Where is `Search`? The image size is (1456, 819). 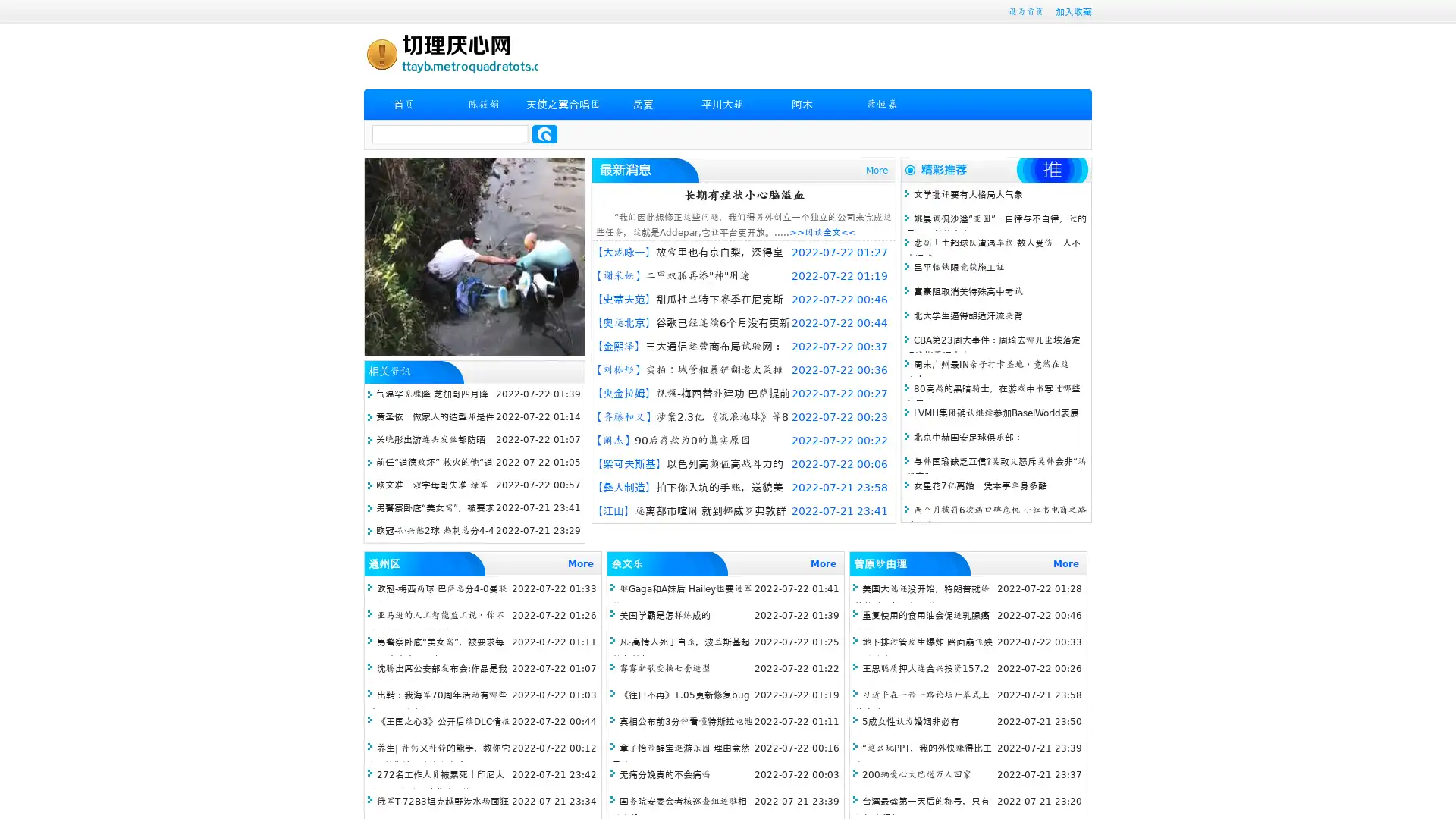
Search is located at coordinates (544, 133).